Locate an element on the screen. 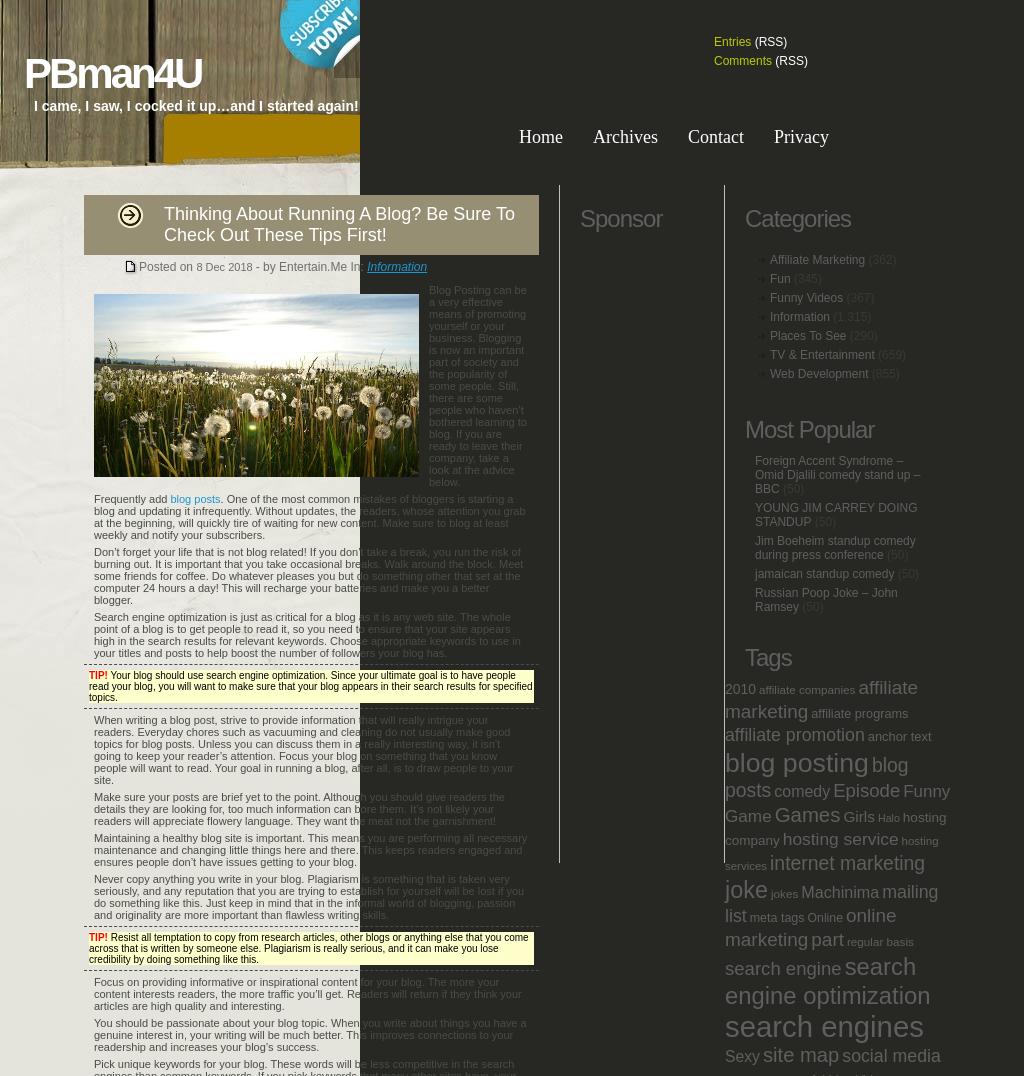  'affiliate companies' is located at coordinates (806, 689).